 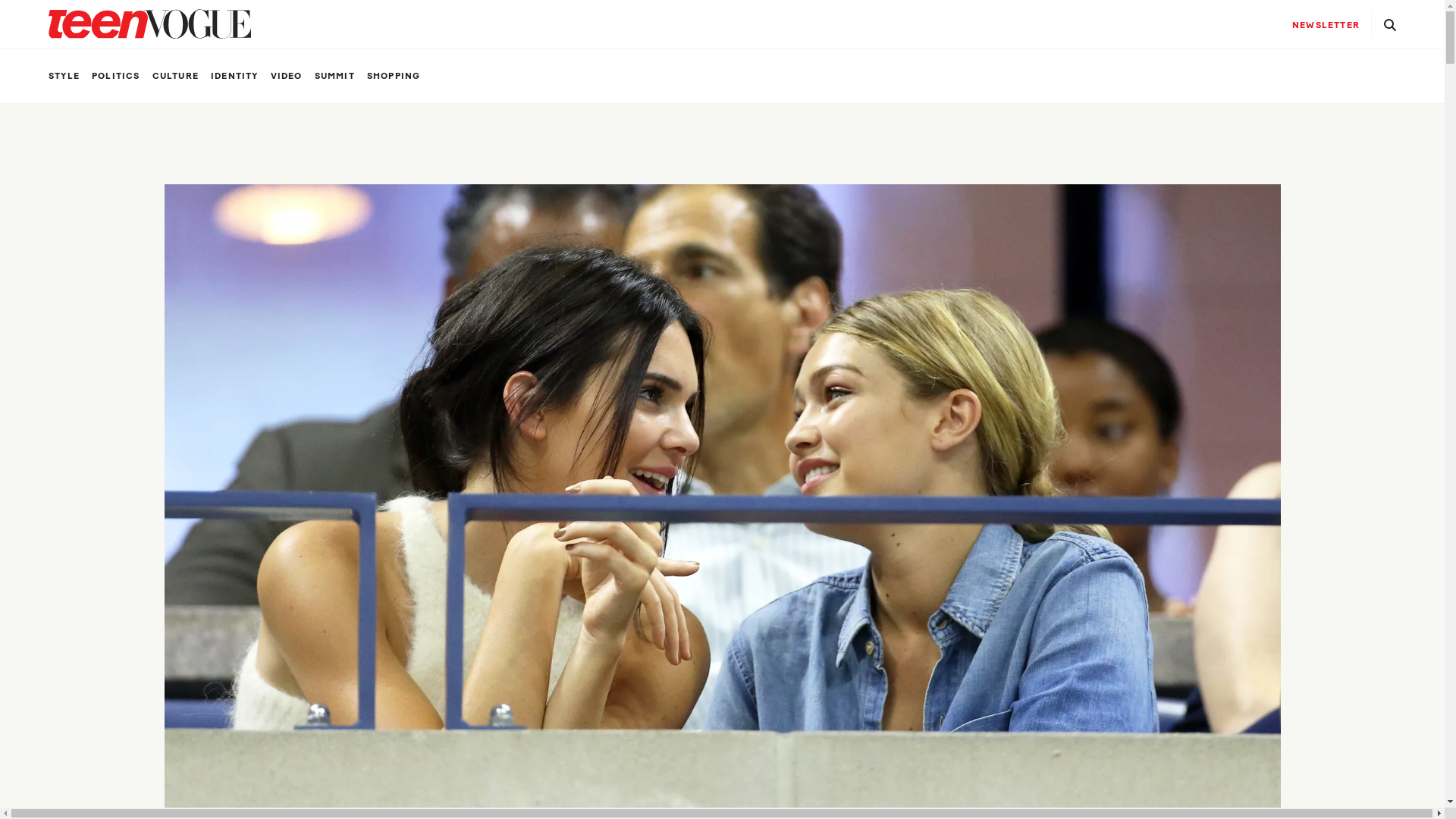 I want to click on 'CULTURE', so click(x=175, y=76).